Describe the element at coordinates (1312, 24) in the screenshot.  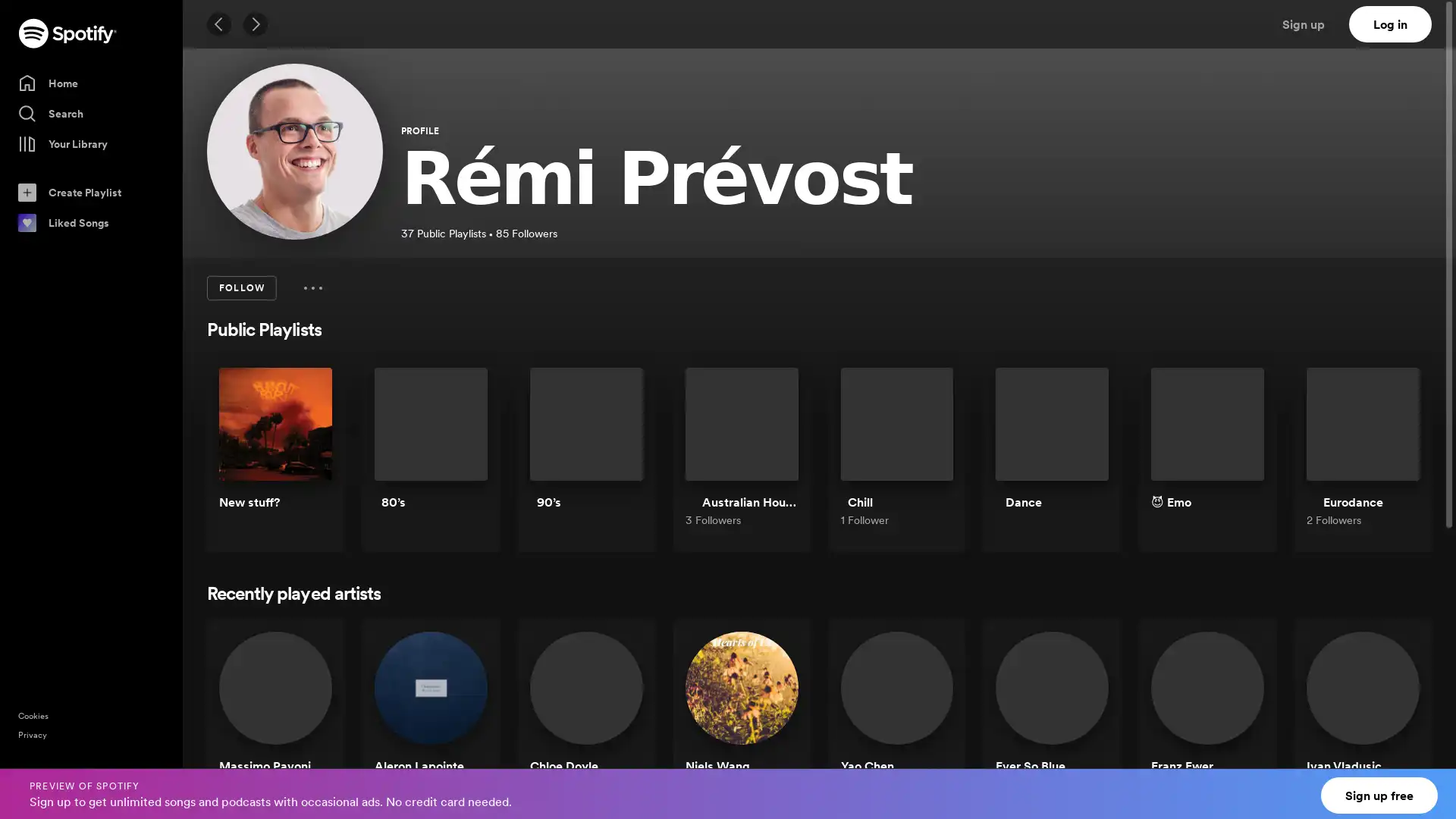
I see `Sign up` at that location.